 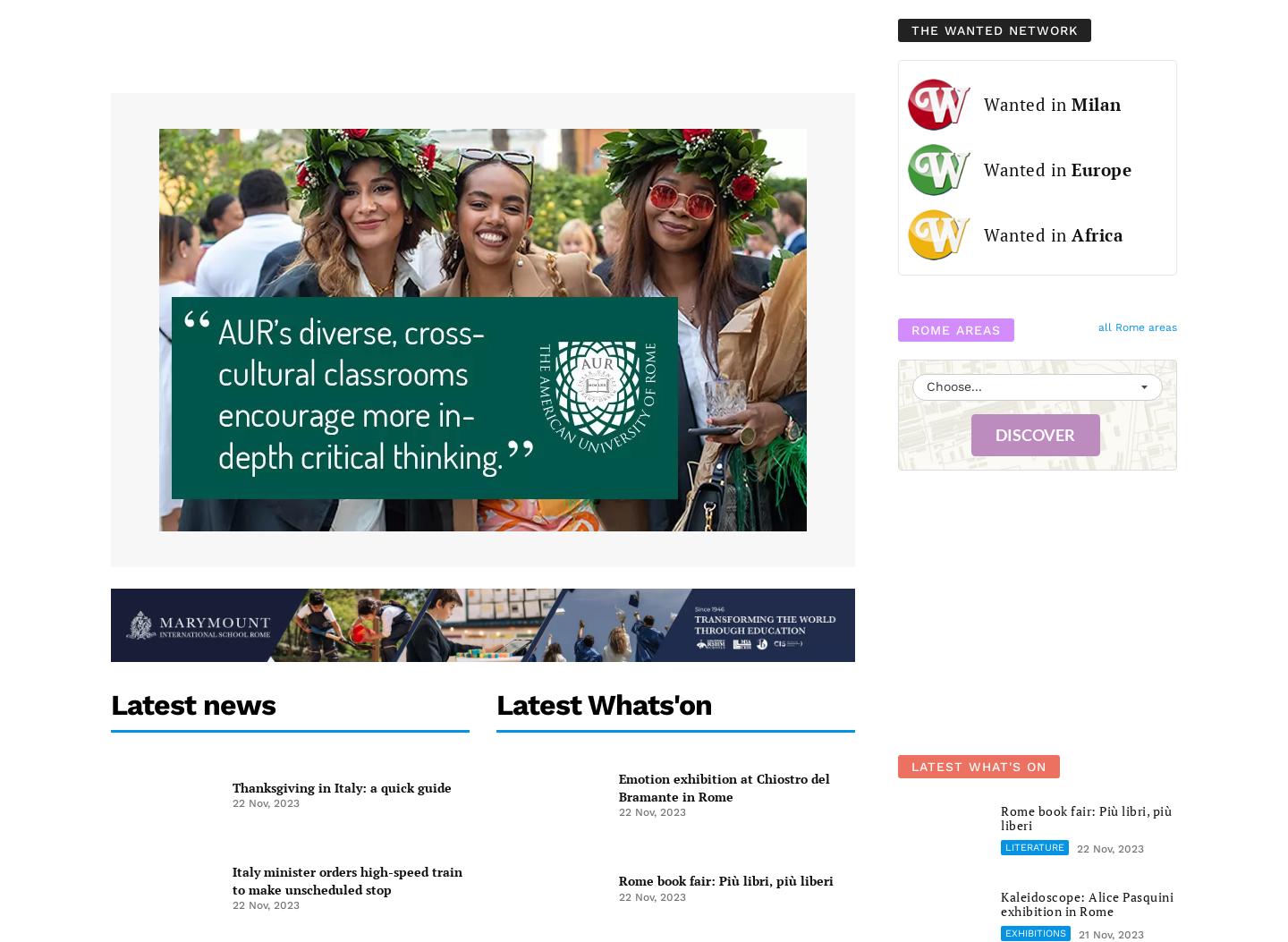 I want to click on 'Emotion exhibition at Chiostro del Bramante in Rome', so click(x=723, y=786).